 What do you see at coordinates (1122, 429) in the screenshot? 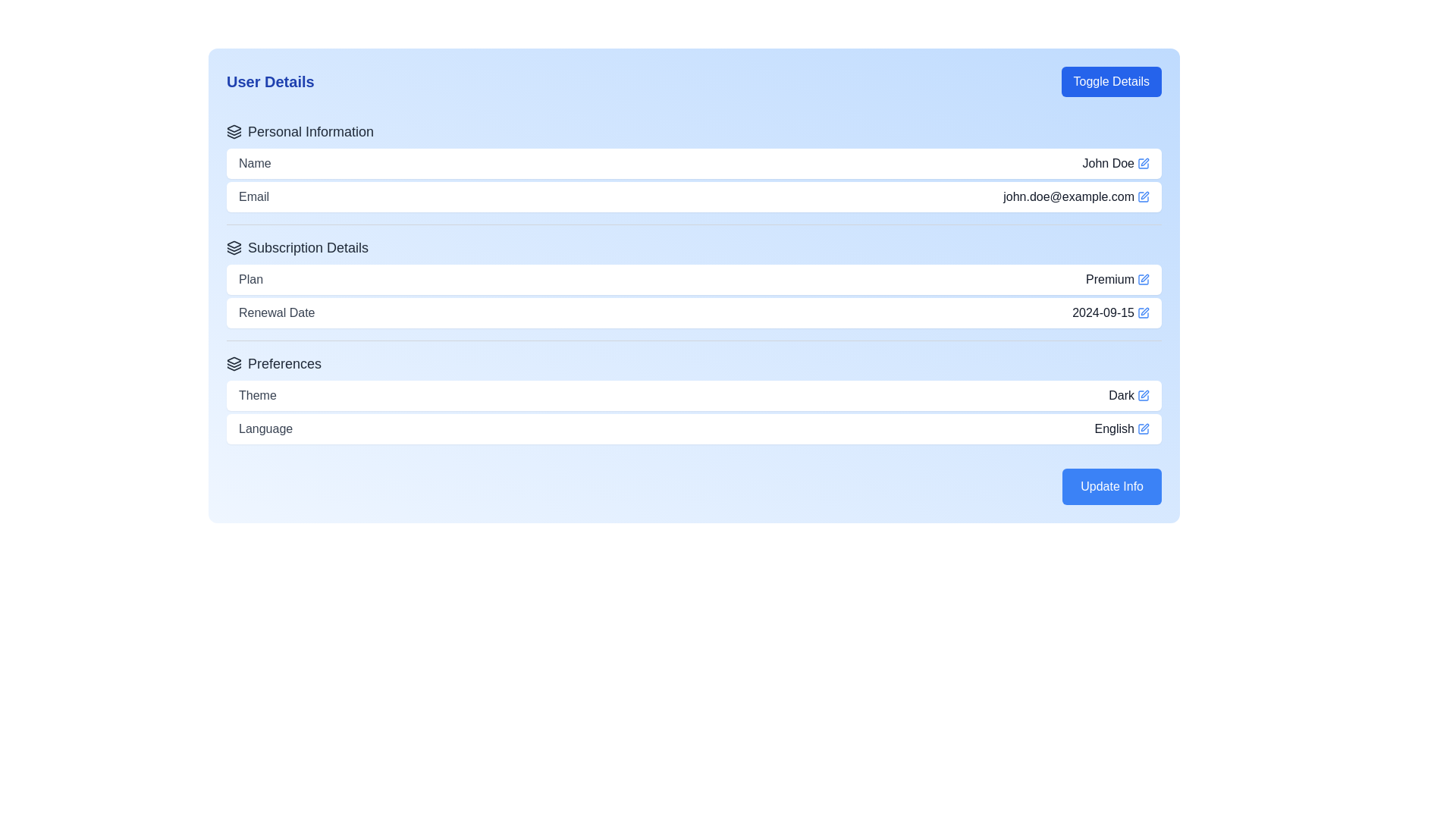
I see `the context of the text label displaying the currently selected language setting, which is 'English', positioned in the 'Preferences' section of the interface` at bounding box center [1122, 429].